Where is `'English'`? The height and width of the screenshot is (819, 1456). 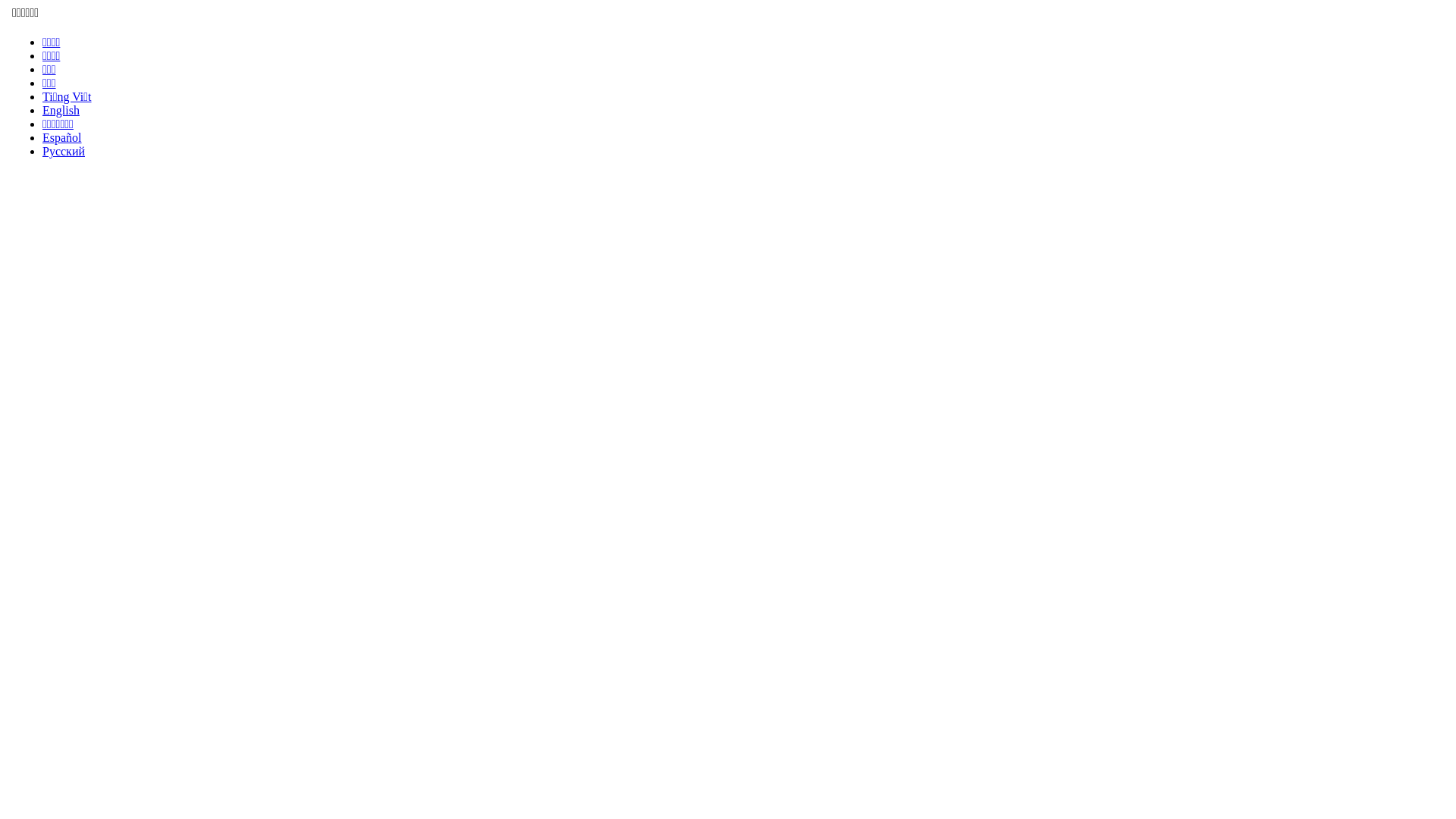 'English' is located at coordinates (61, 109).